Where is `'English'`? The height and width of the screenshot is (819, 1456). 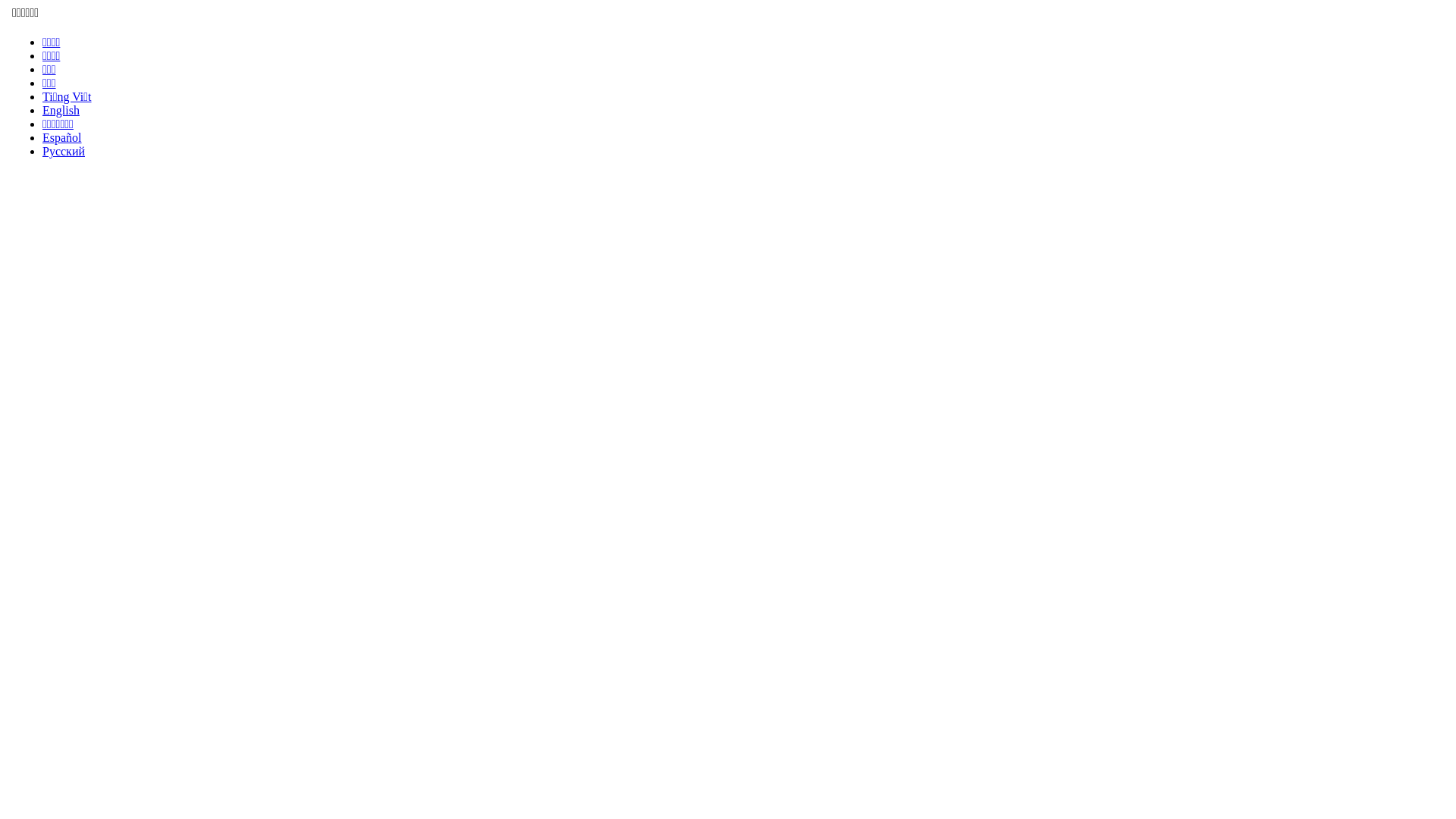 'English' is located at coordinates (61, 109).